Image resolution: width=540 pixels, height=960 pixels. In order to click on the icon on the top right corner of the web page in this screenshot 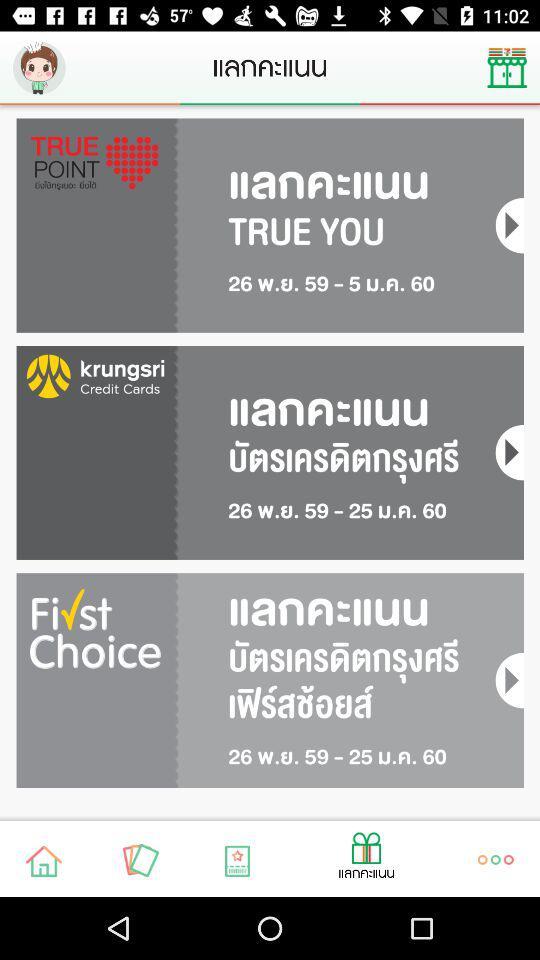, I will do `click(507, 67)`.